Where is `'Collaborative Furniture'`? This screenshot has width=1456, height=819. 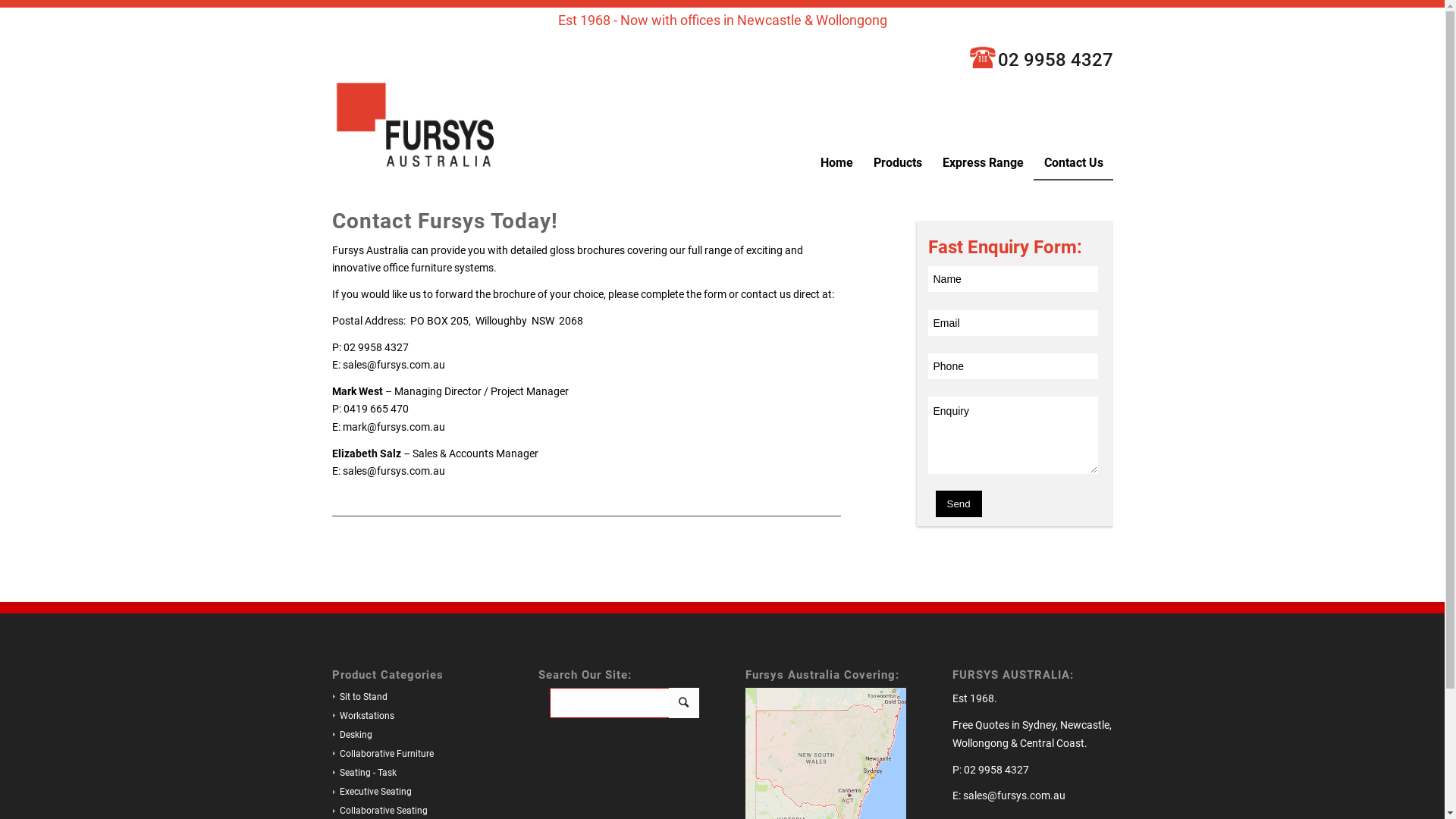 'Collaborative Furniture' is located at coordinates (382, 754).